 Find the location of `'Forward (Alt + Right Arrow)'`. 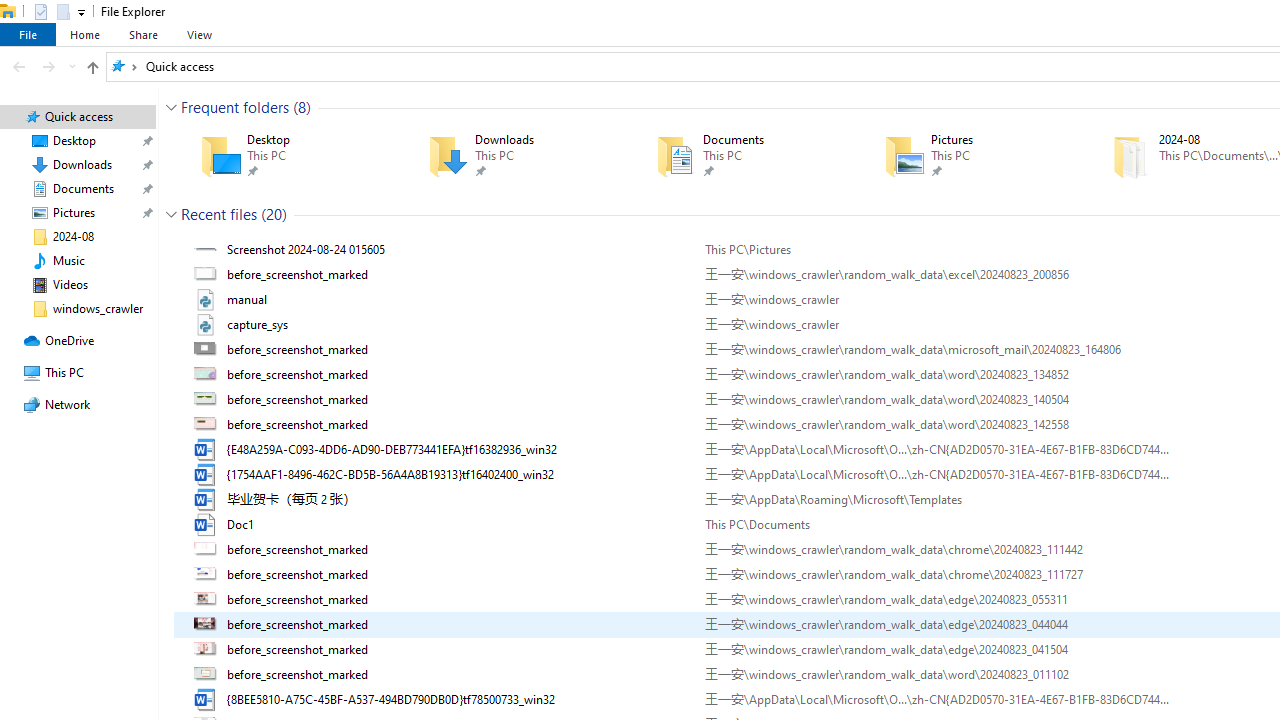

'Forward (Alt + Right Arrow)' is located at coordinates (49, 65).